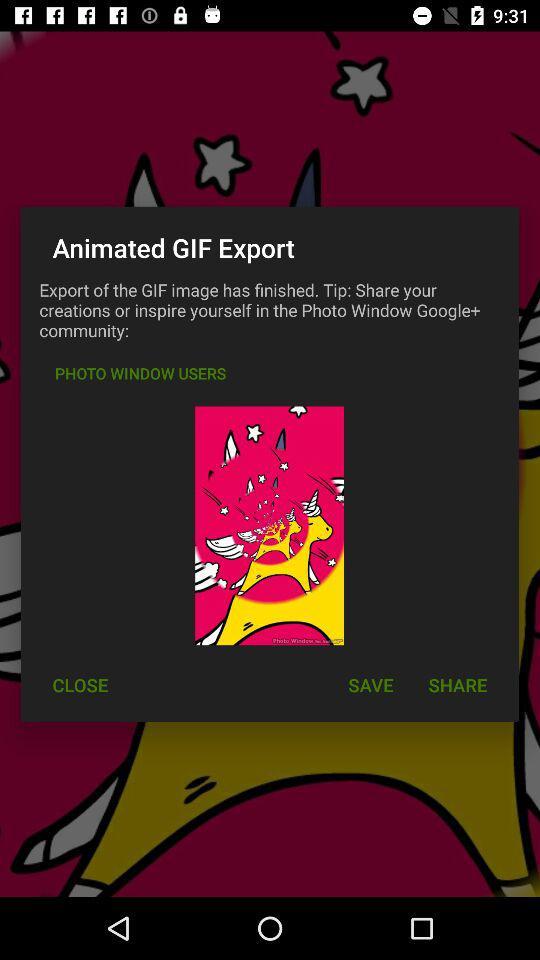 The height and width of the screenshot is (960, 540). Describe the element at coordinates (79, 685) in the screenshot. I see `close at the bottom left corner` at that location.